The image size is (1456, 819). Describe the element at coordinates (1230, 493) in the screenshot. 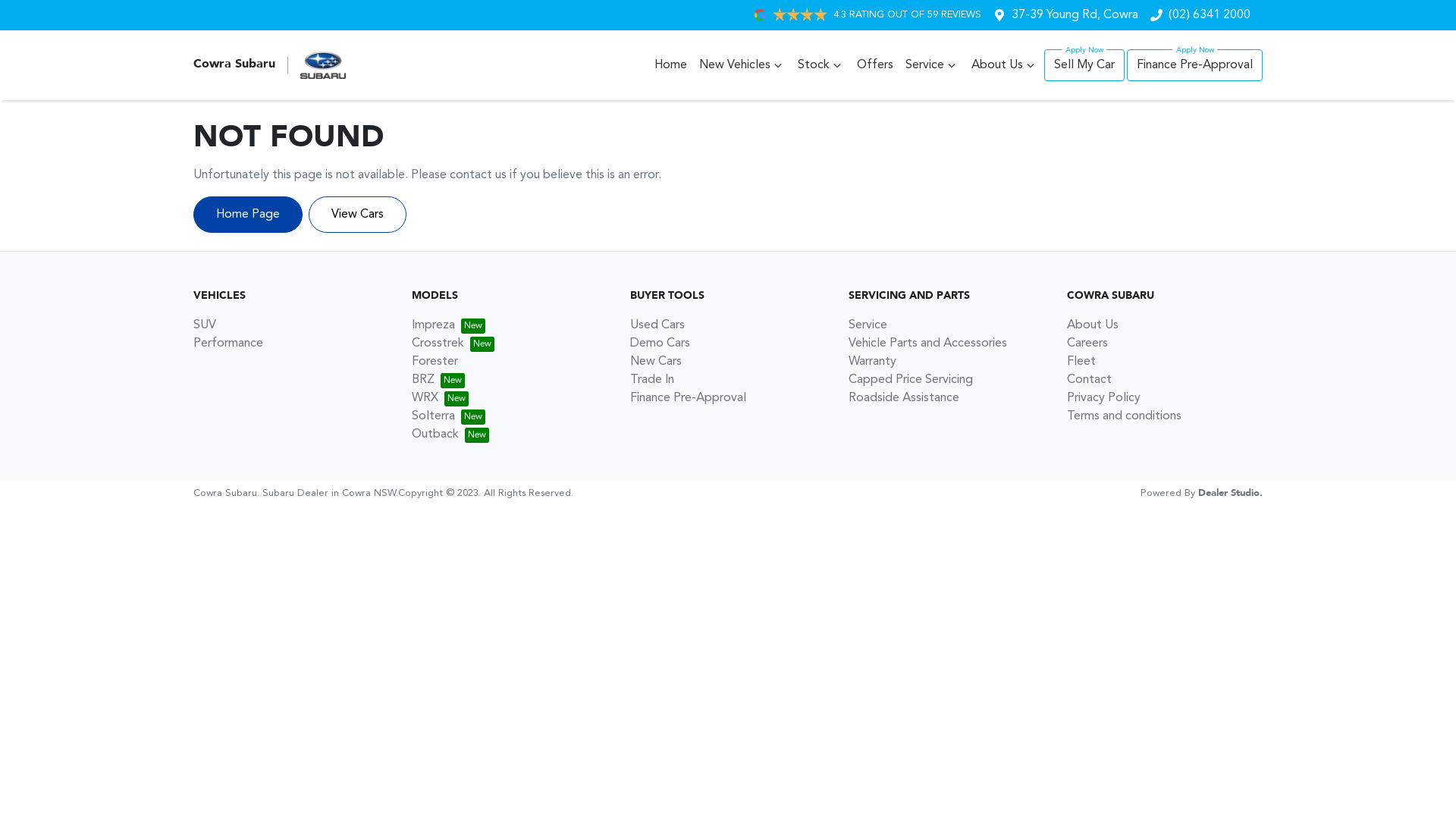

I see `'Dealer Studio.'` at that location.